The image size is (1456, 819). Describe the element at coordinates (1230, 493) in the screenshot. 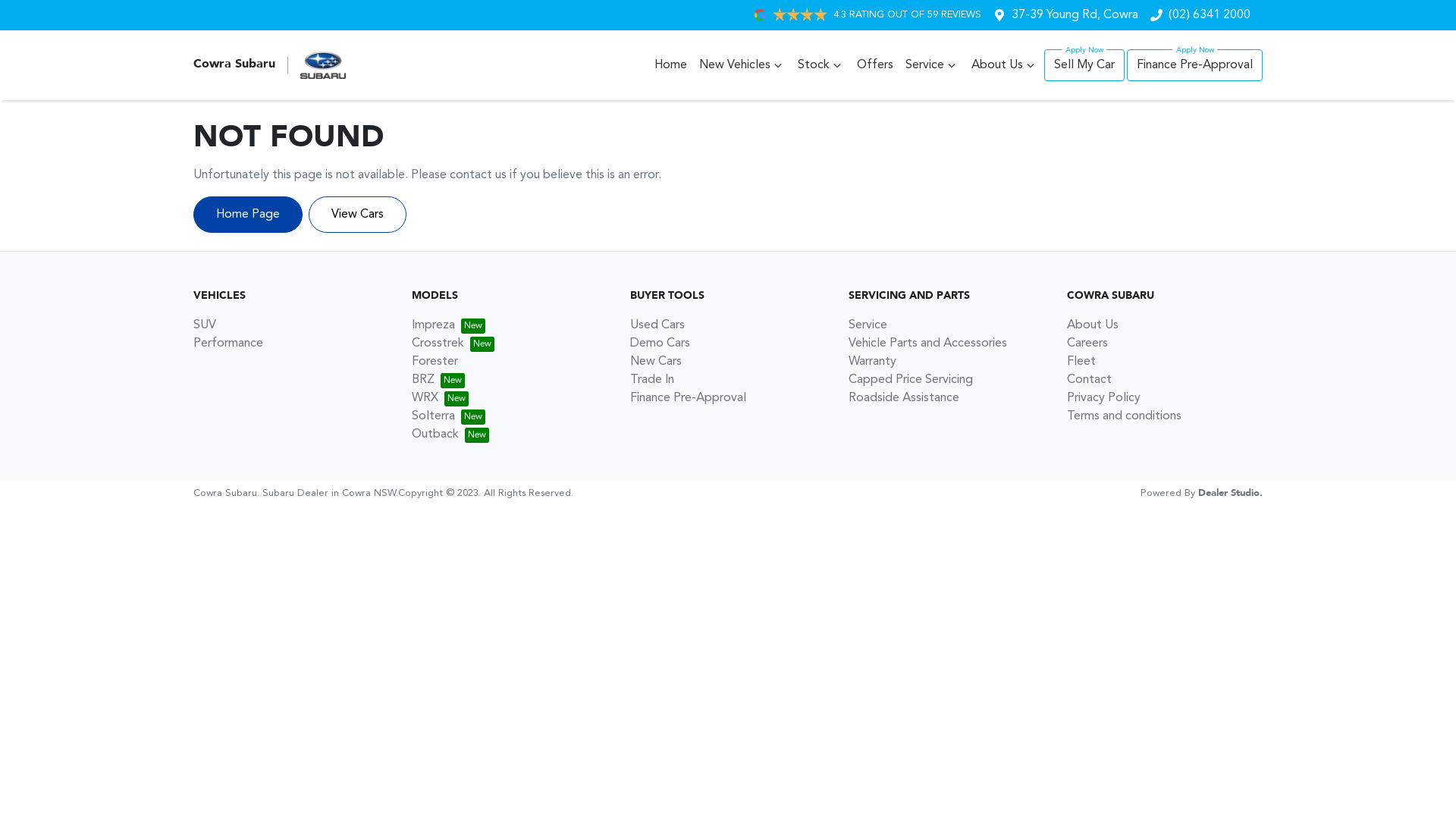

I see `'Dealer Studio.'` at that location.